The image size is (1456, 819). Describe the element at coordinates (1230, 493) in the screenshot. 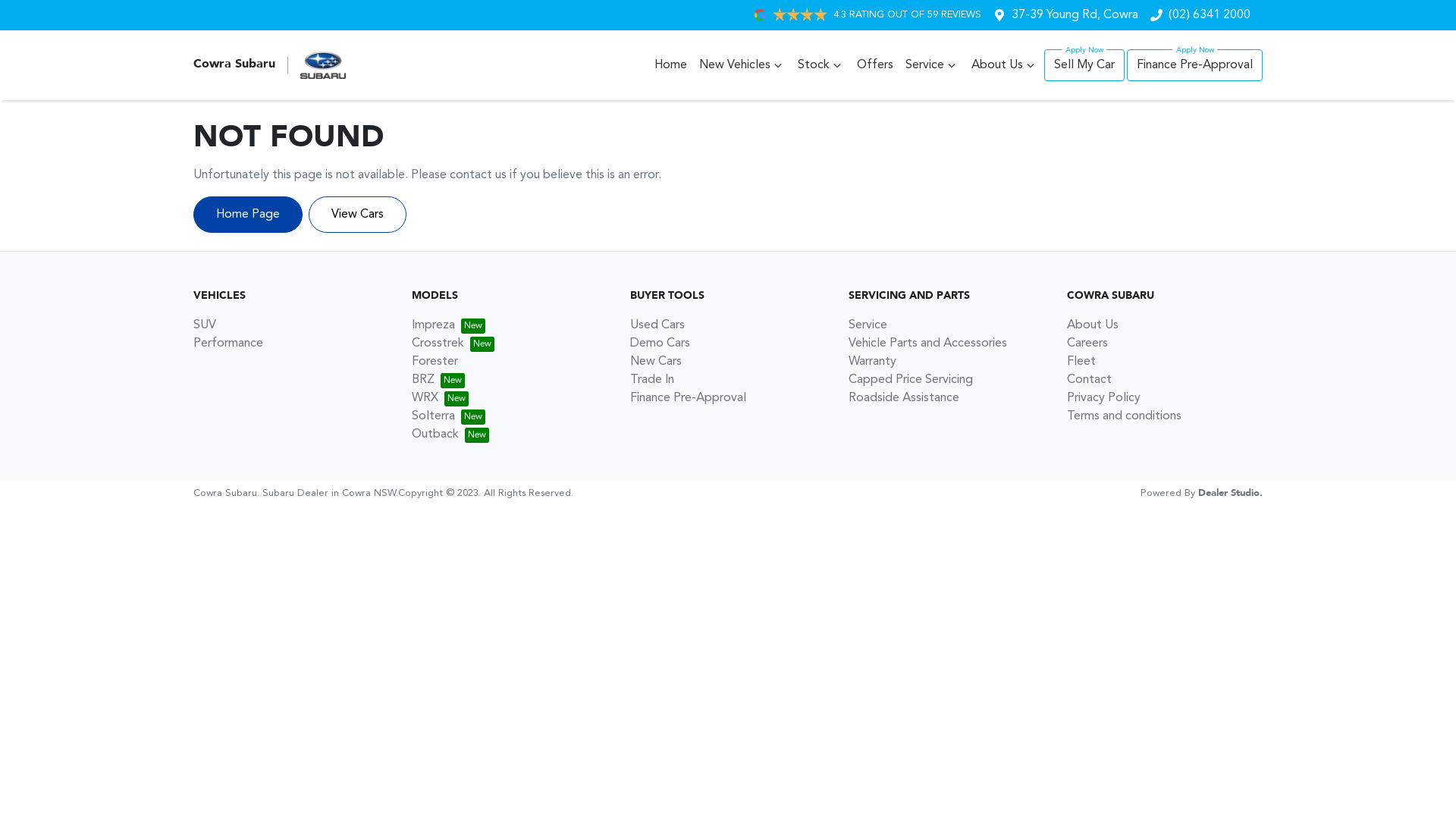

I see `'Dealer Studio.'` at that location.